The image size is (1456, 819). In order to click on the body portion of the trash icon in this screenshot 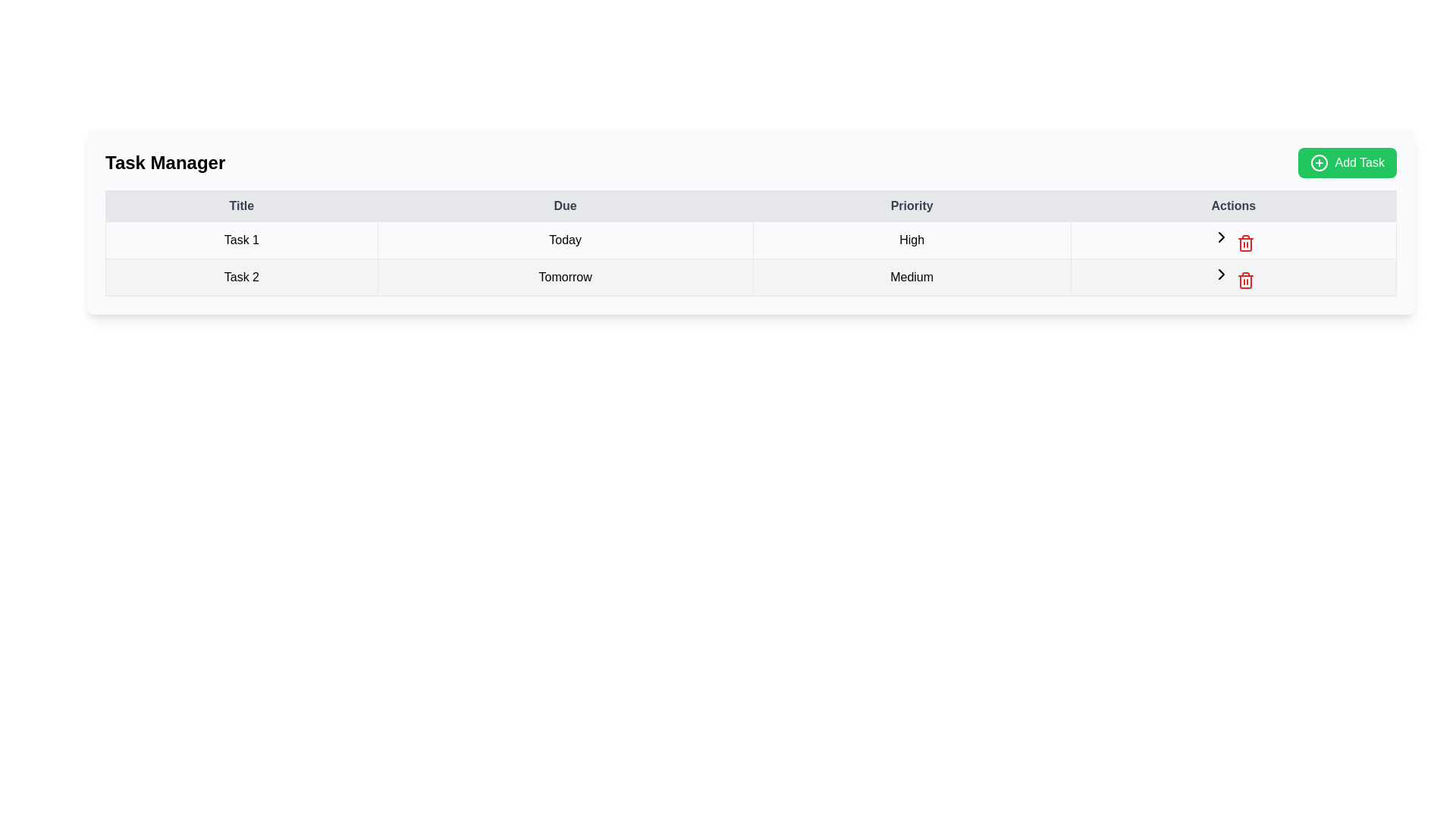, I will do `click(1245, 243)`.